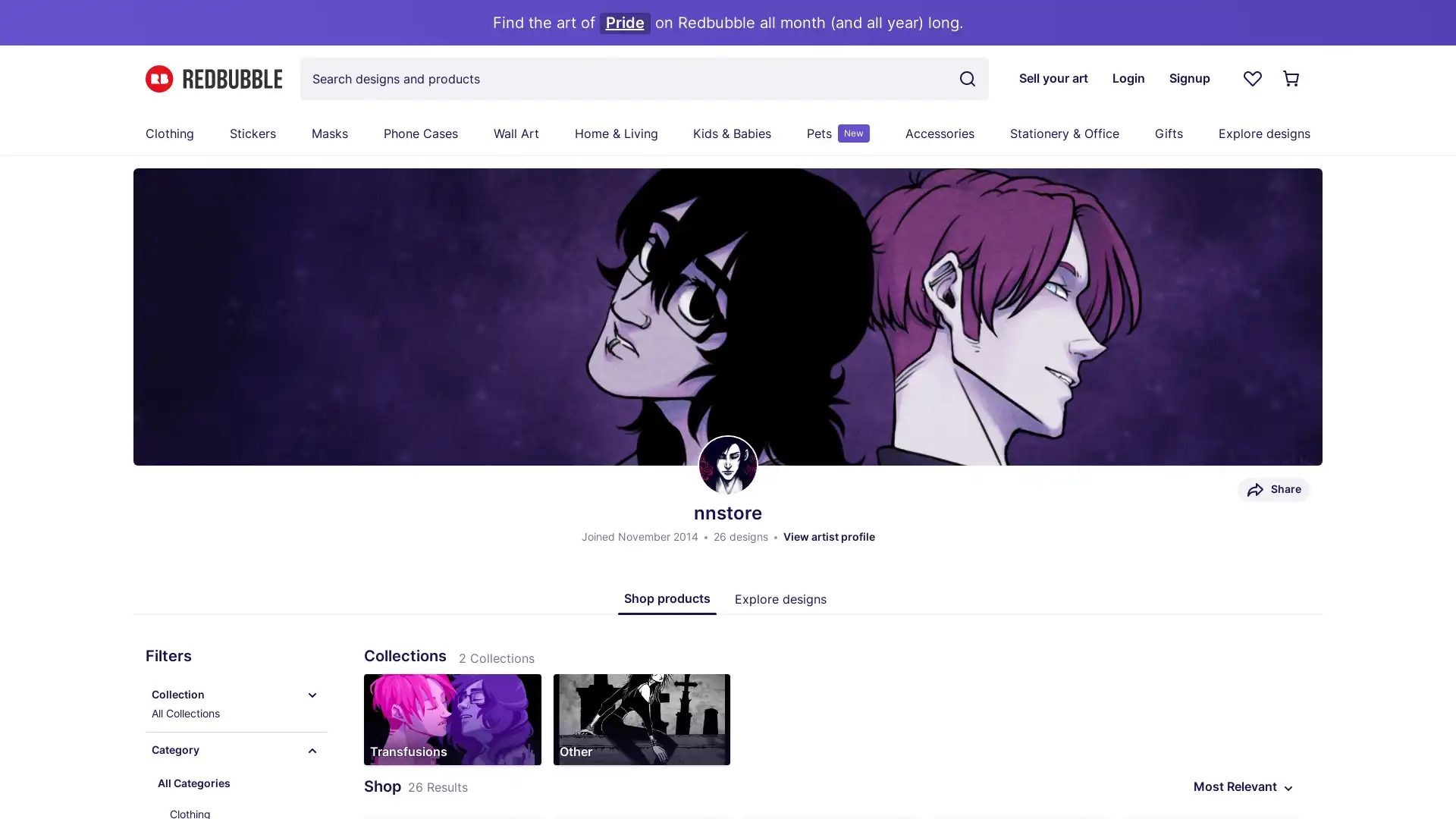 The image size is (1456, 819). What do you see at coordinates (236, 783) in the screenshot?
I see `All Categories` at bounding box center [236, 783].